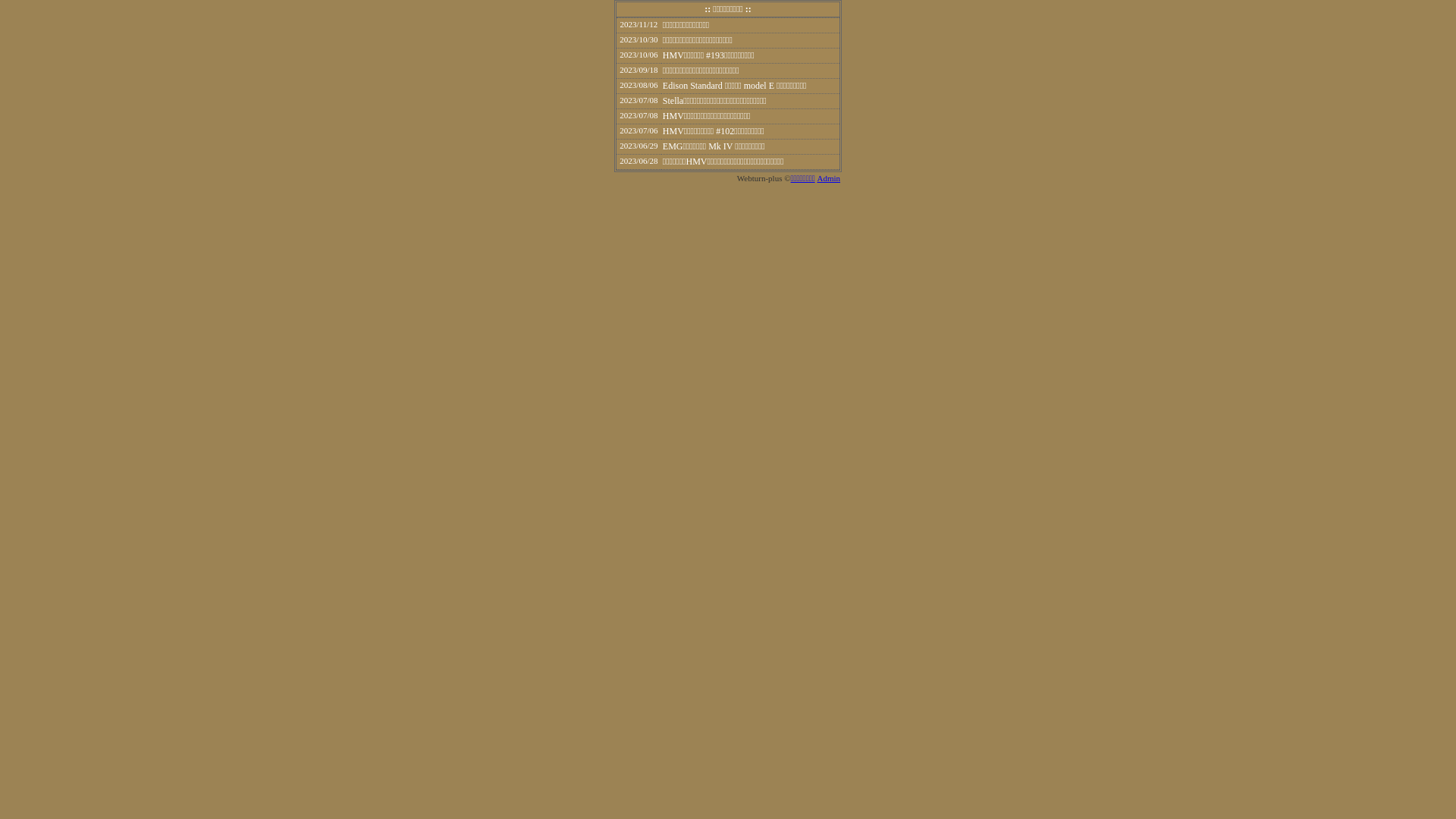 The height and width of the screenshot is (819, 1456). Describe the element at coordinates (827, 177) in the screenshot. I see `'Admin'` at that location.